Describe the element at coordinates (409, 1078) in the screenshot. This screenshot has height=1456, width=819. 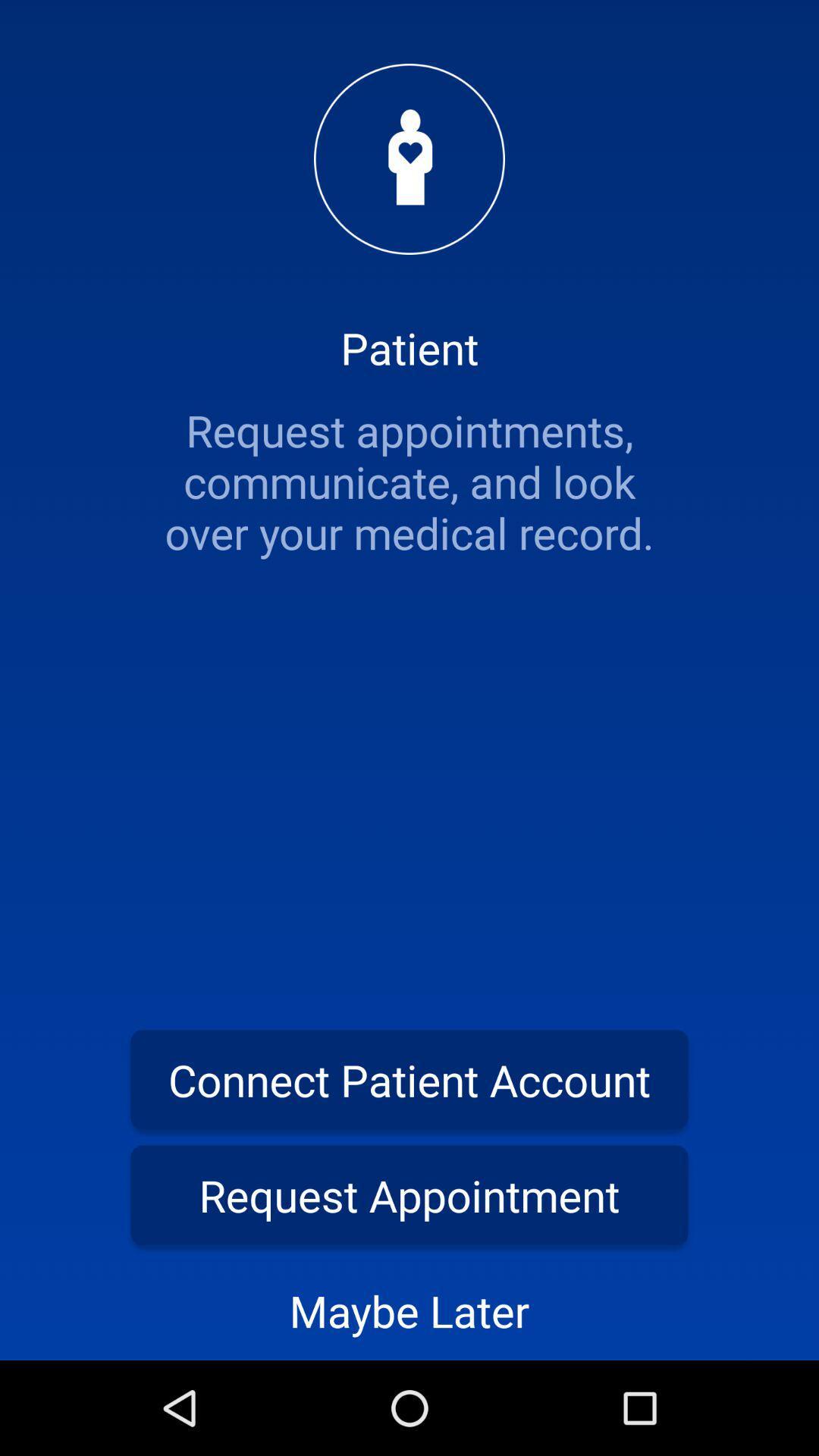
I see `connect patient account item` at that location.